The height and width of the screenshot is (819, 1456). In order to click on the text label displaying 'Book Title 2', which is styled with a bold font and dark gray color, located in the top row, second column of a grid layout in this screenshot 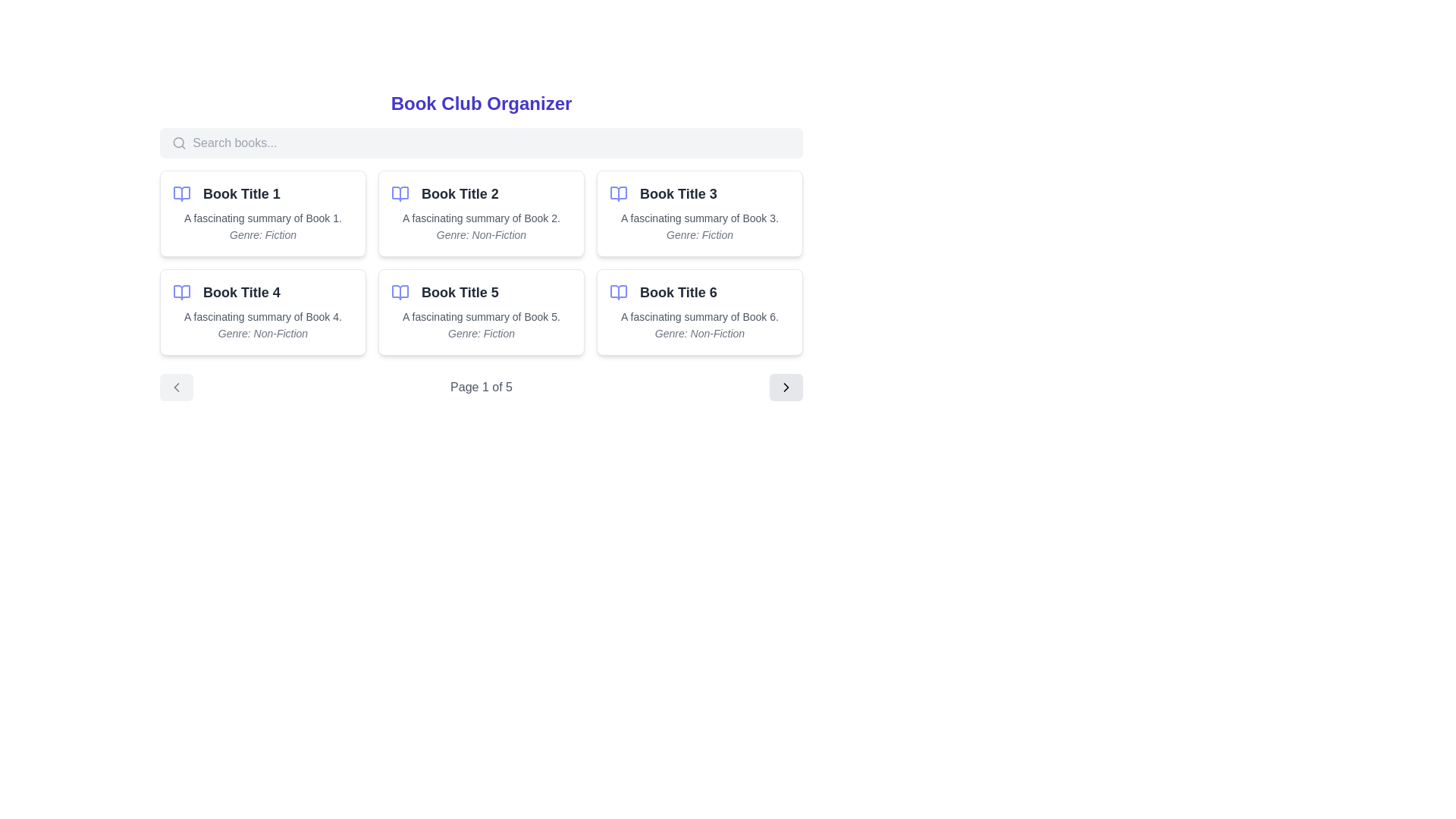, I will do `click(480, 193)`.